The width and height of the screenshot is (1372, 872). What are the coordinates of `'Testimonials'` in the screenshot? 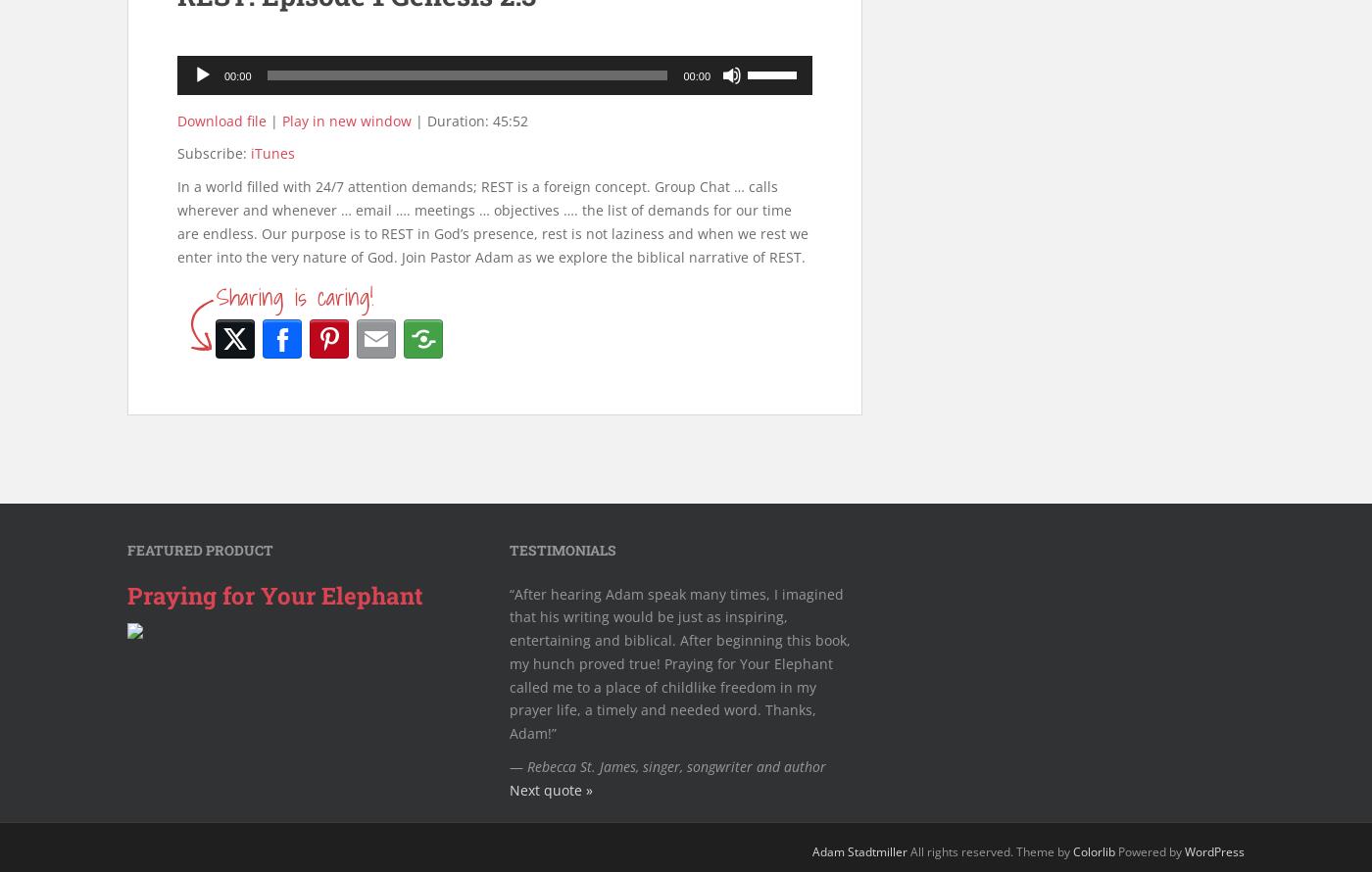 It's located at (563, 549).